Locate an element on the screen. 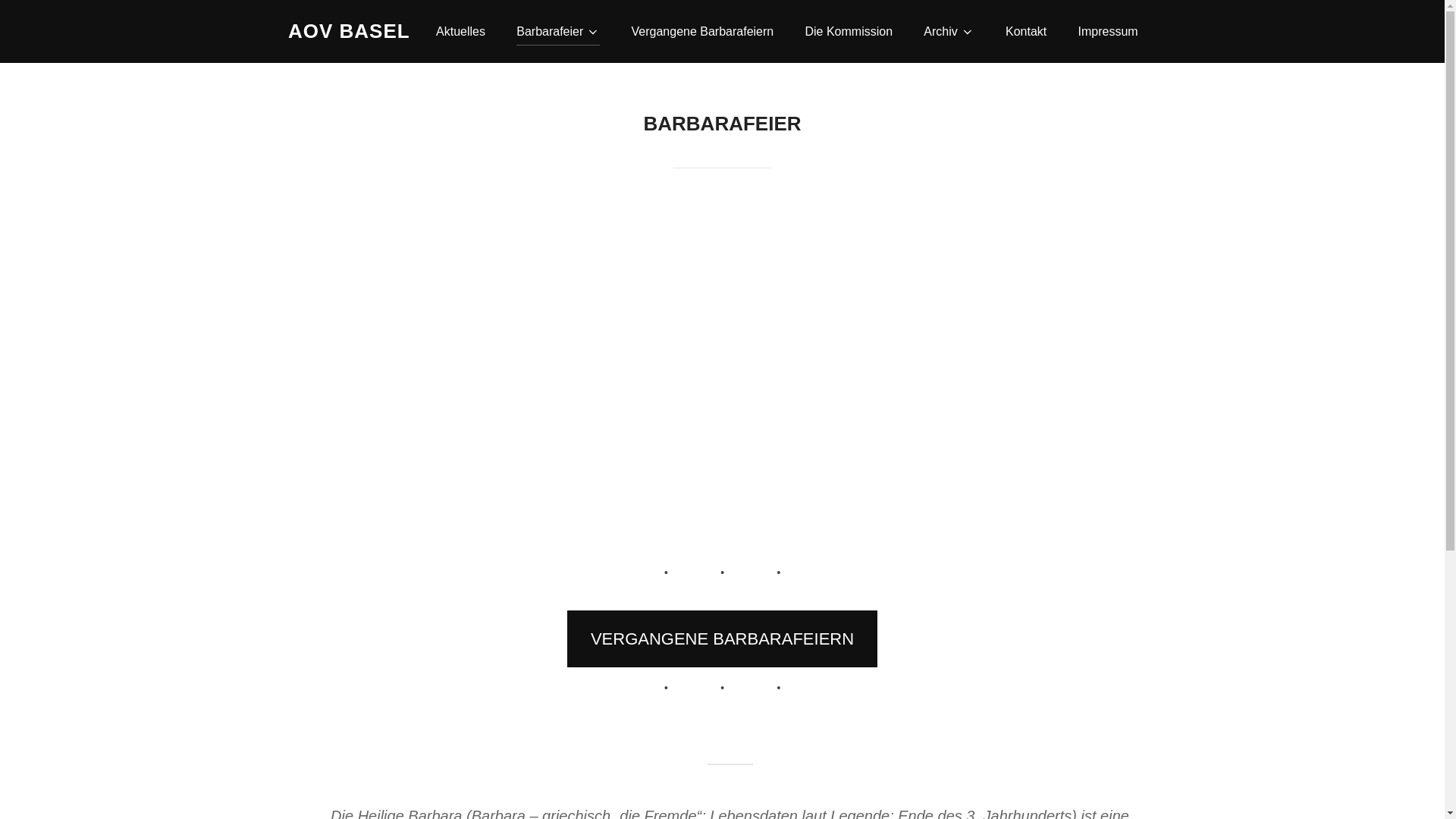 This screenshot has height=819, width=1456. 'Barbarafeier' is located at coordinates (557, 31).